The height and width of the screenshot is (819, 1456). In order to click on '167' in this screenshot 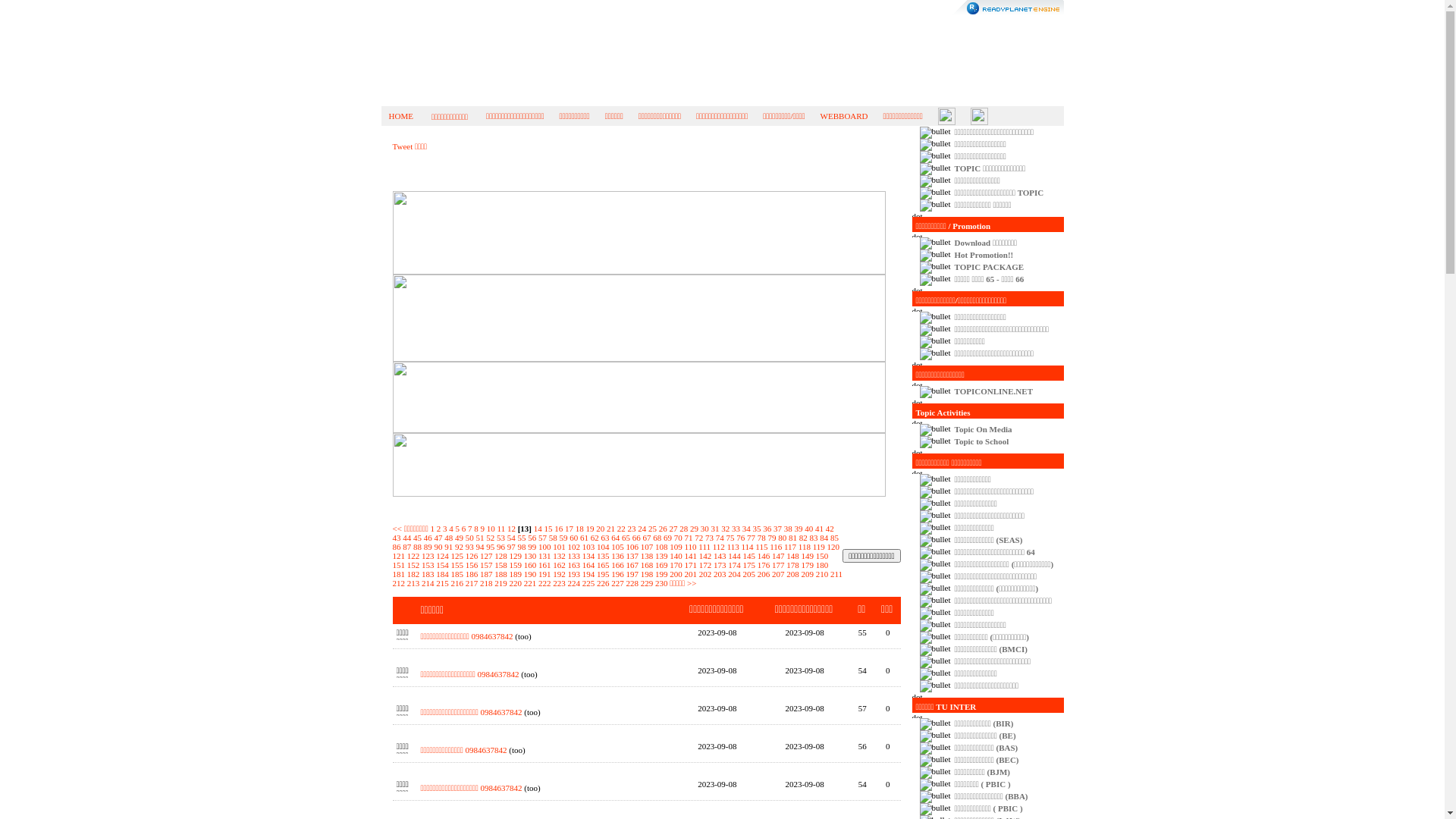, I will do `click(632, 564)`.